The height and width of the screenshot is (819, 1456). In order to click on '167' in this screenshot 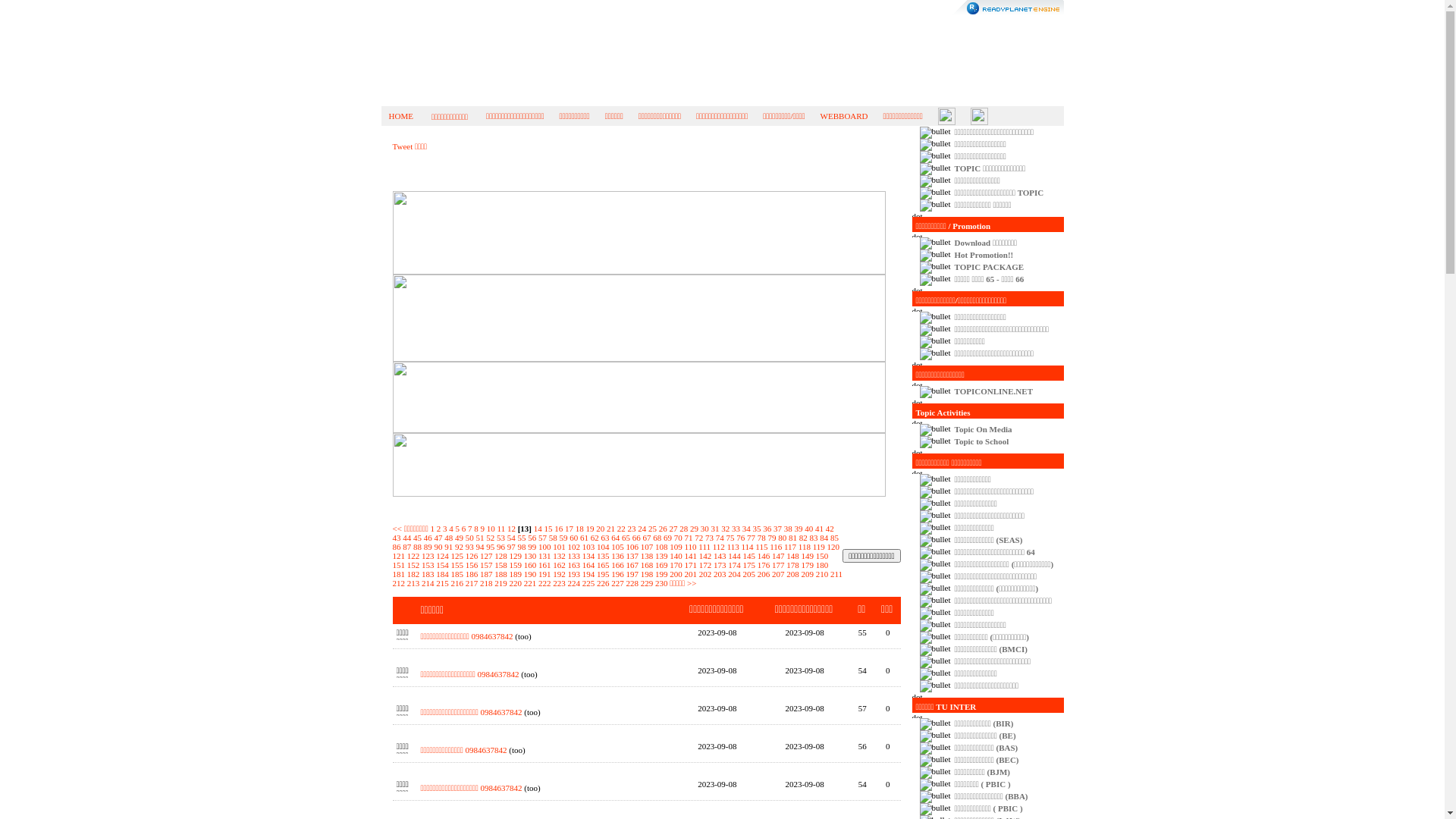, I will do `click(632, 564)`.